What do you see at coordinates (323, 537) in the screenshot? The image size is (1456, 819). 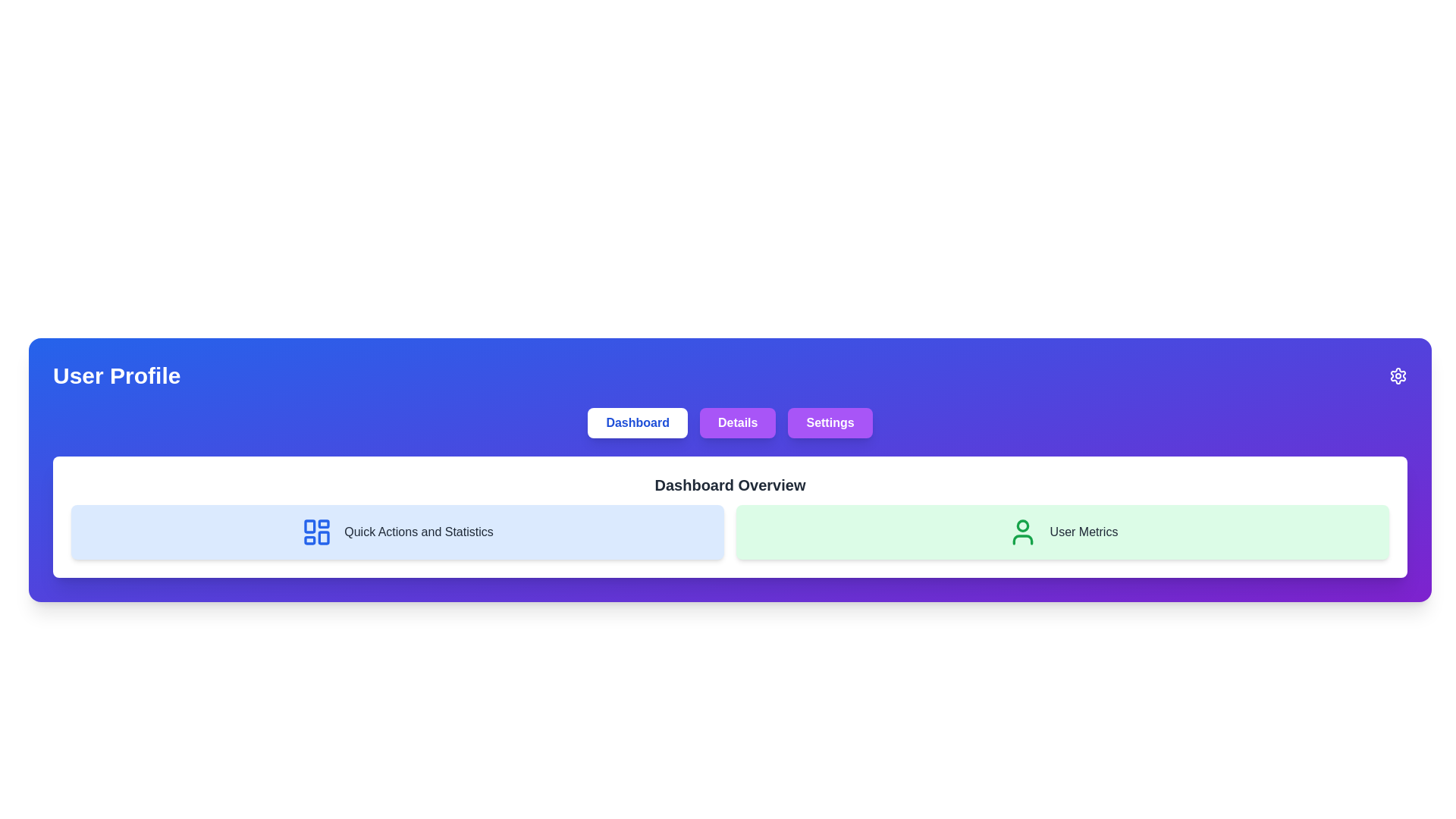 I see `the third decorative rectangle within the icon in the 'Quick Actions and Statistics' section` at bounding box center [323, 537].